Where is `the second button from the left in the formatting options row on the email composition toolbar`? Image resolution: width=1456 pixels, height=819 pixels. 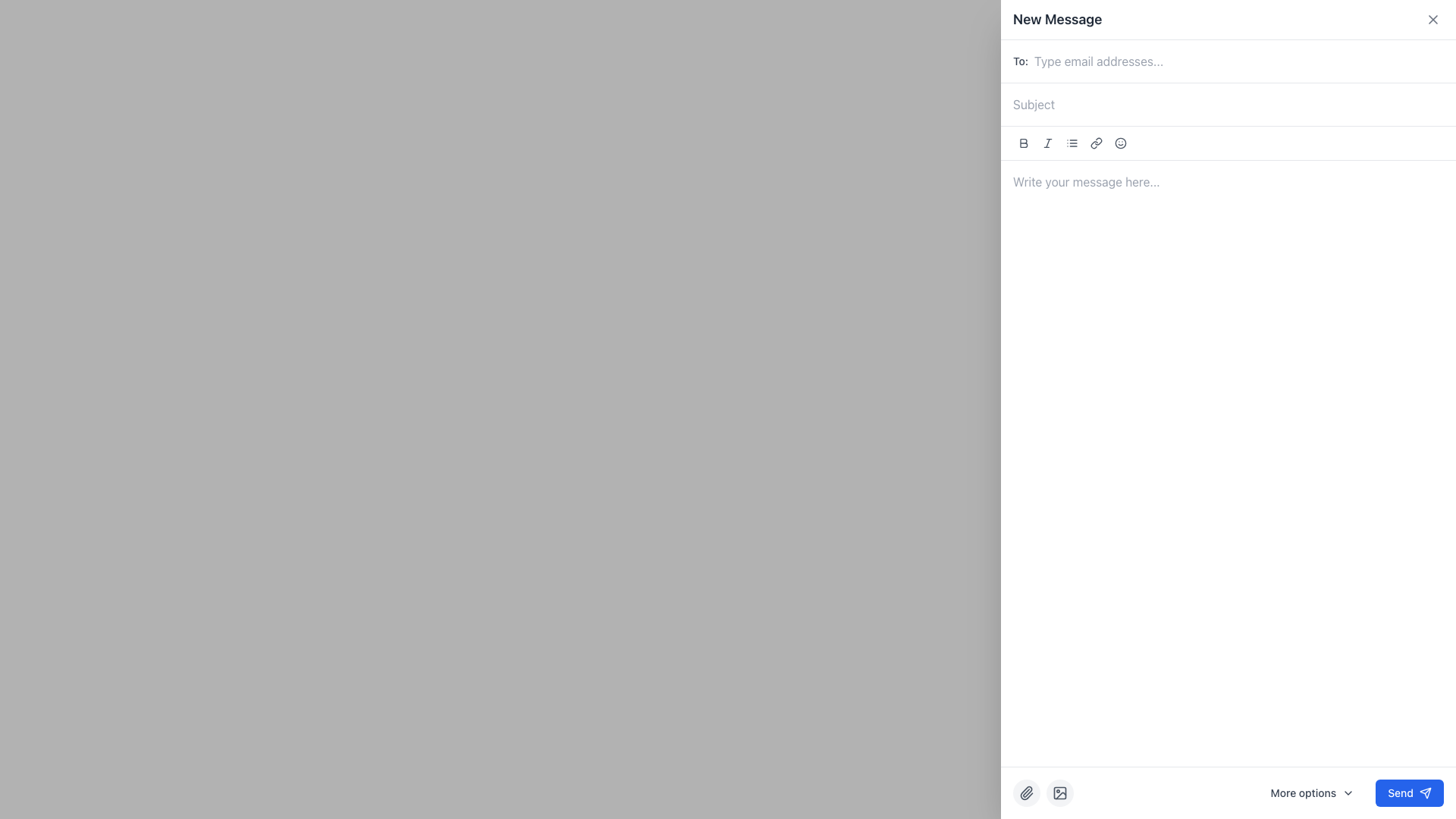 the second button from the left in the formatting options row on the email composition toolbar is located at coordinates (1047, 143).